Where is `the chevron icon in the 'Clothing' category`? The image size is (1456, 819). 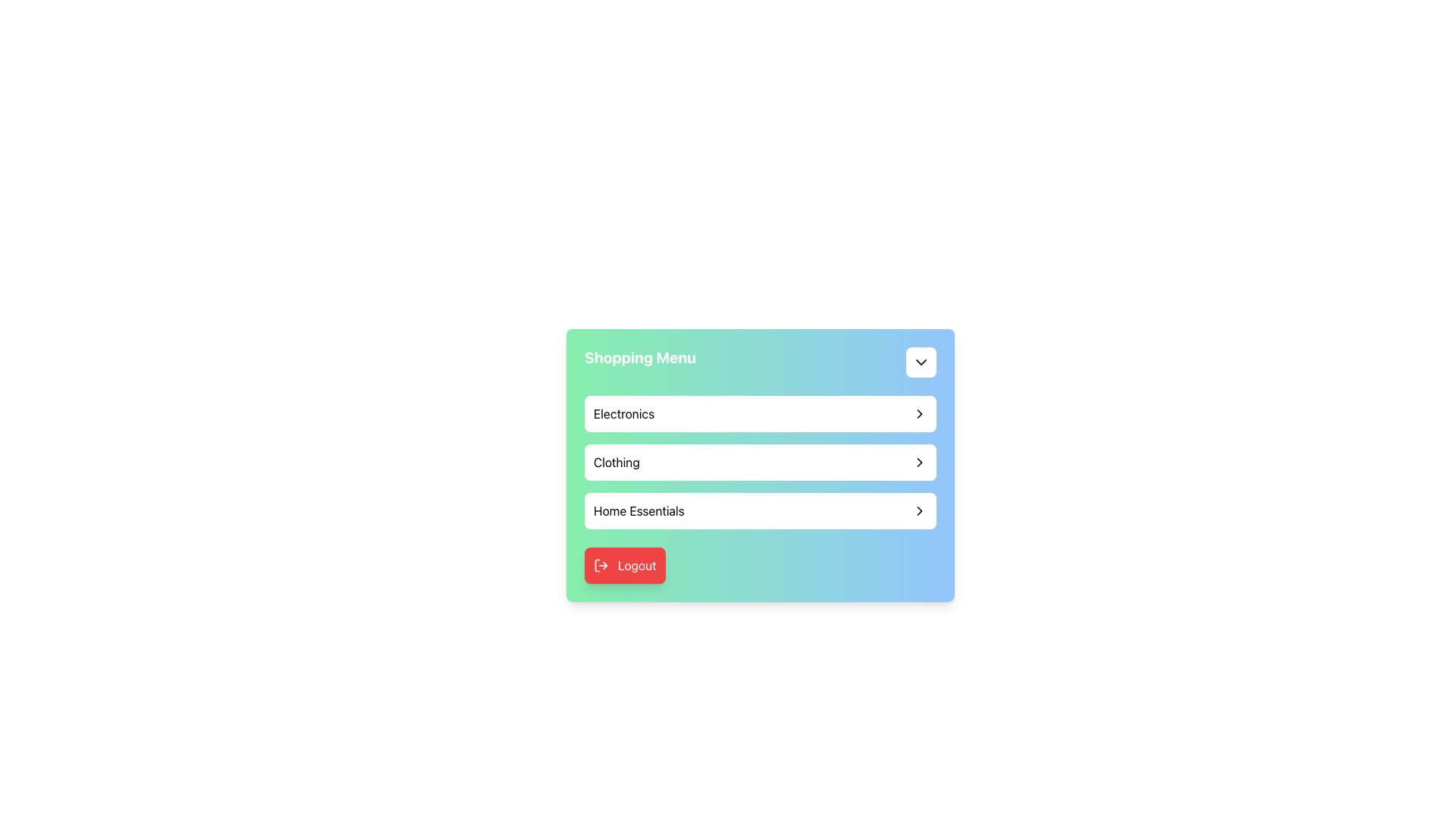 the chevron icon in the 'Clothing' category is located at coordinates (919, 461).